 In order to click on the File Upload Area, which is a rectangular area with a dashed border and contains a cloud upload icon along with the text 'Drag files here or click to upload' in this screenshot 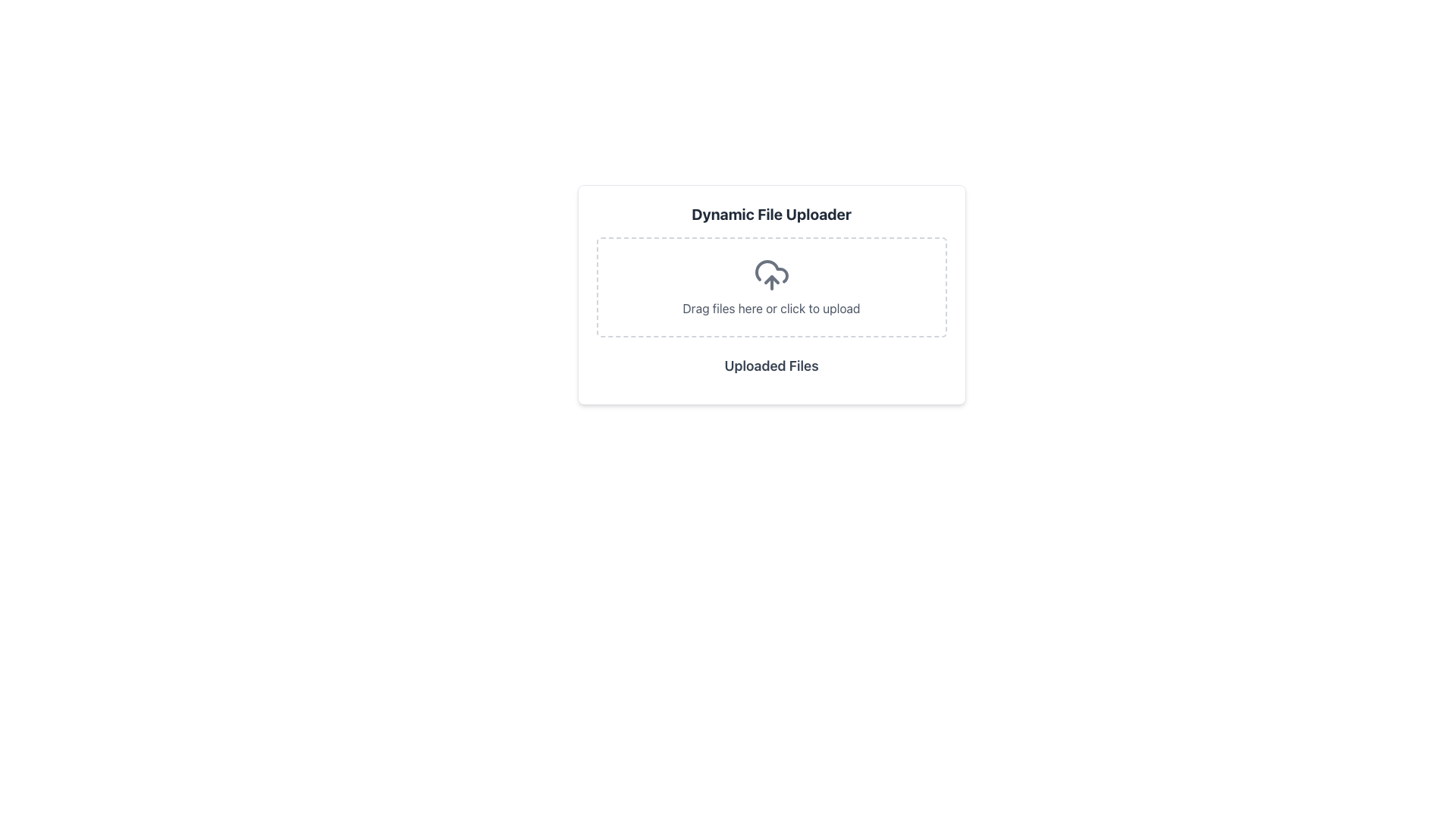, I will do `click(771, 287)`.